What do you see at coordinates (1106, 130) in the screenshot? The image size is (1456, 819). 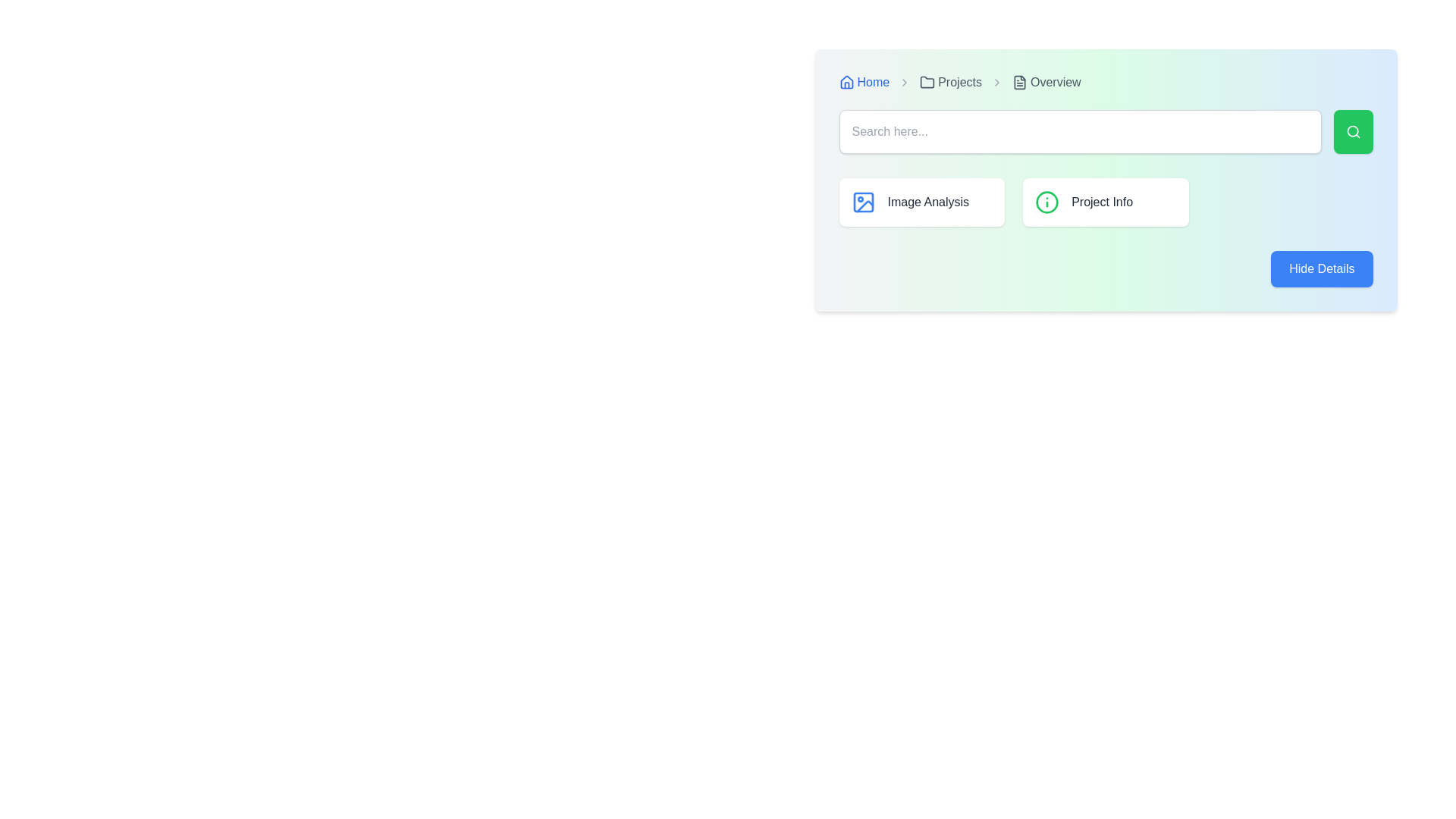 I see `the Search bar input field located at the center of the section under the breadcrumb navigation` at bounding box center [1106, 130].